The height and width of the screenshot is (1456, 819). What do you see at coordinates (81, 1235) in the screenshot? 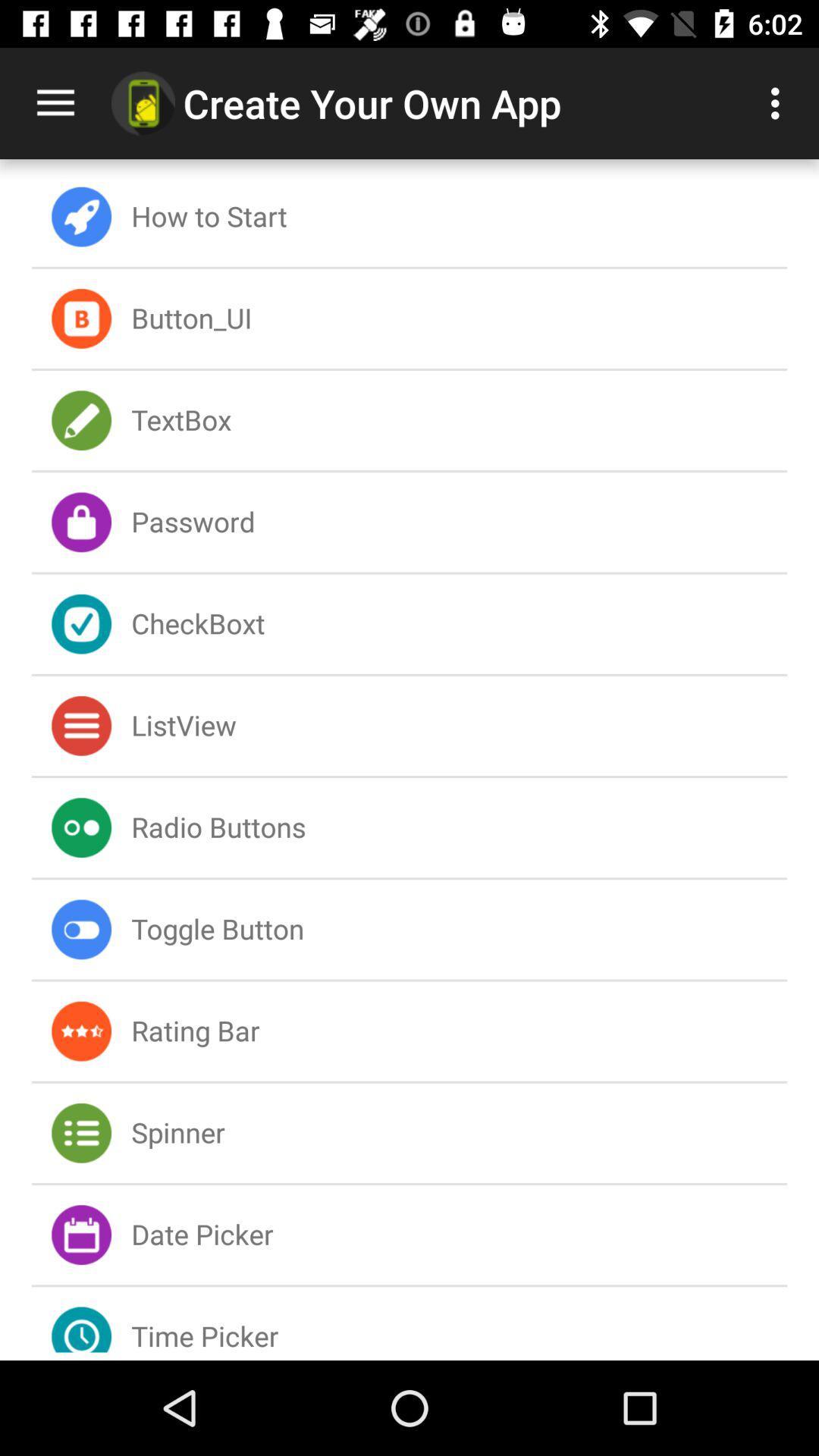
I see `the icon left next to date picker` at bounding box center [81, 1235].